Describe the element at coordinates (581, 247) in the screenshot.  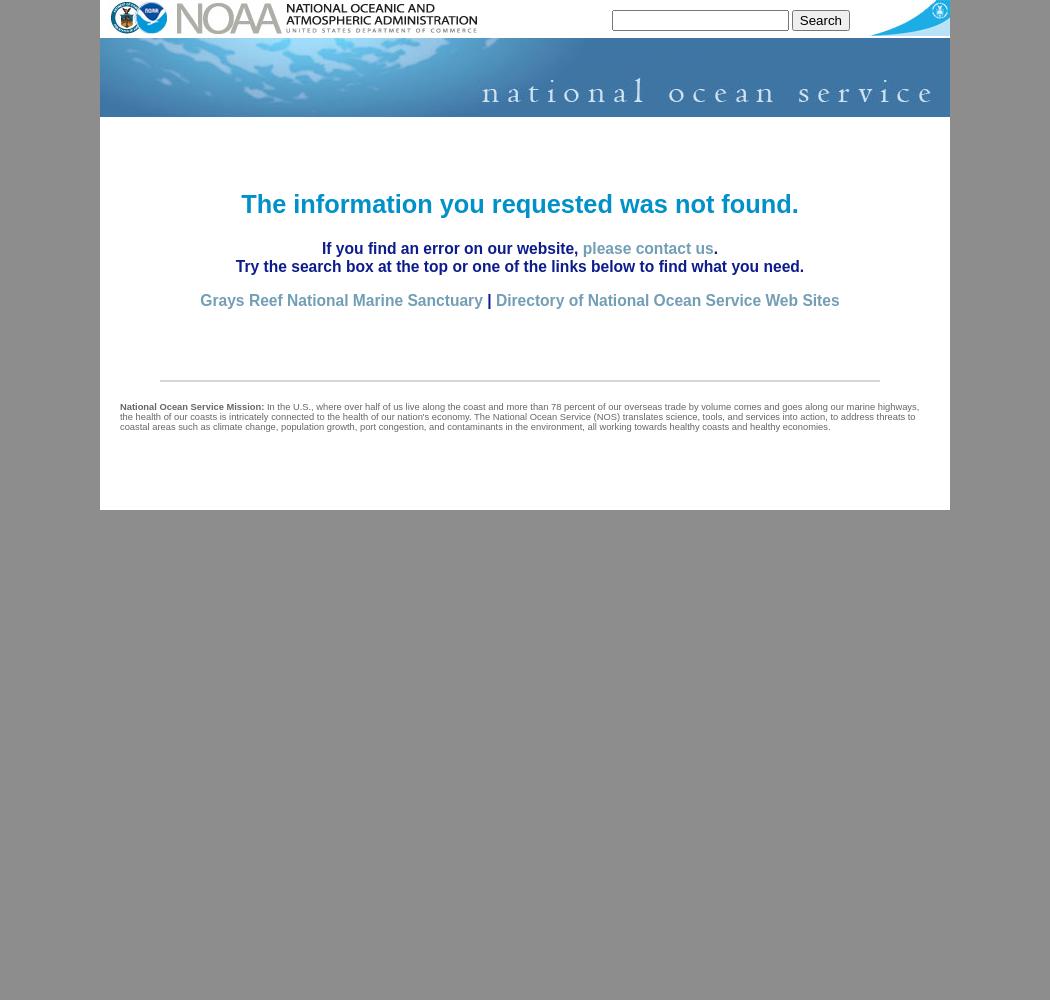
I see `'please contact us'` at that location.